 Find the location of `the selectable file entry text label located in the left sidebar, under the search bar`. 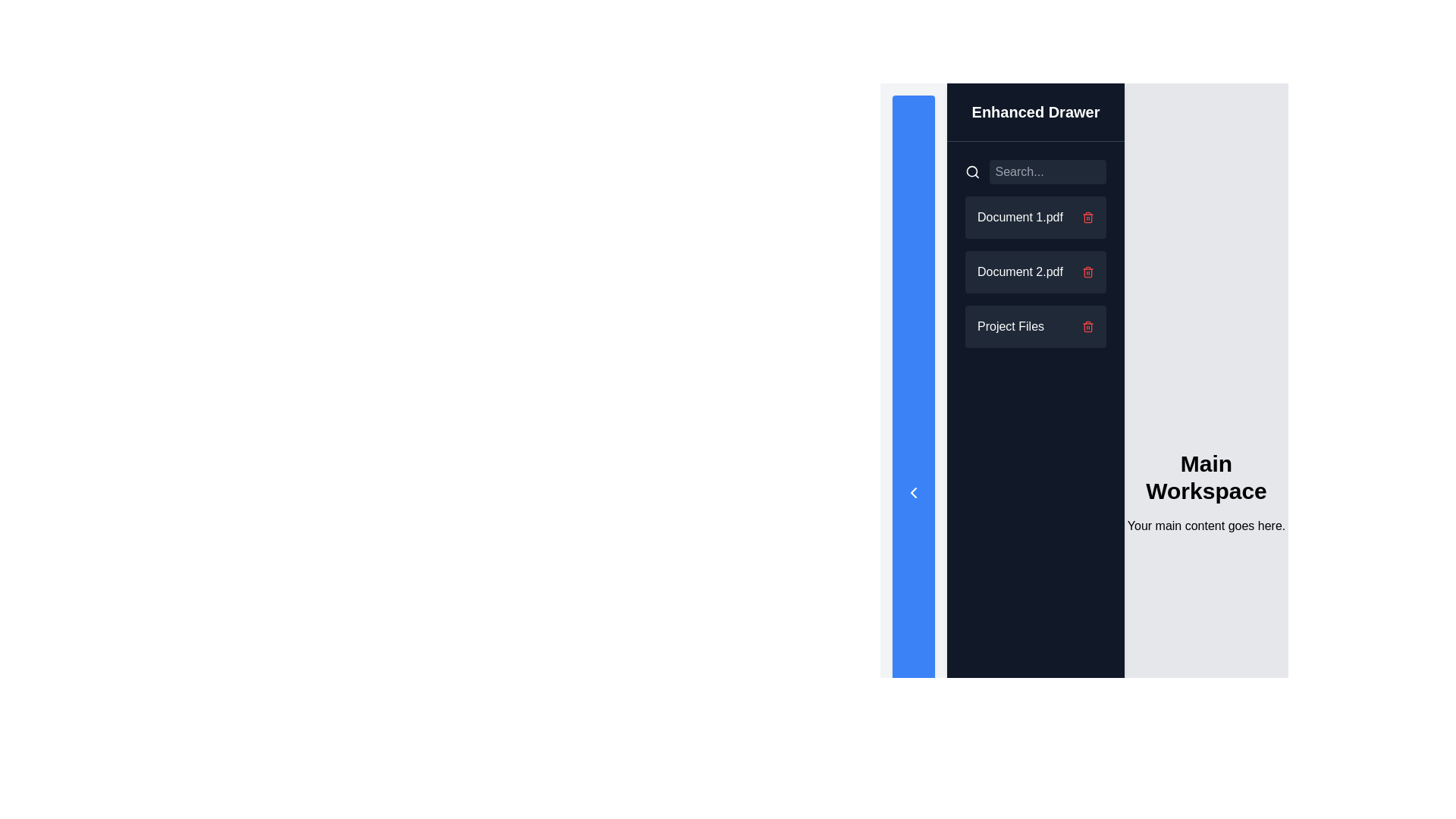

the selectable file entry text label located in the left sidebar, under the search bar is located at coordinates (1020, 217).